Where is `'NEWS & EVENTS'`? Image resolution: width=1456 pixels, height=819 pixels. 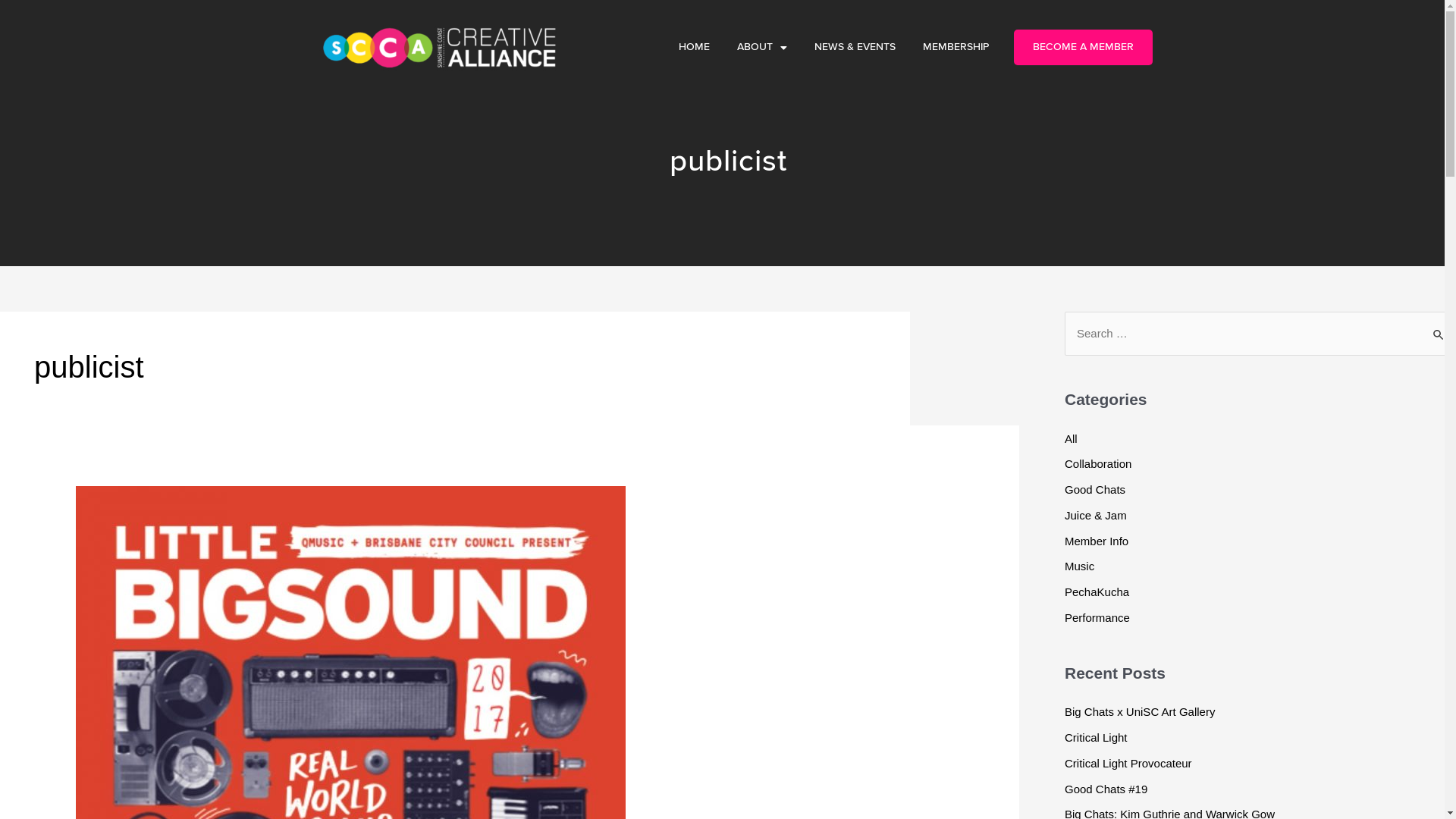
'NEWS & EVENTS' is located at coordinates (855, 46).